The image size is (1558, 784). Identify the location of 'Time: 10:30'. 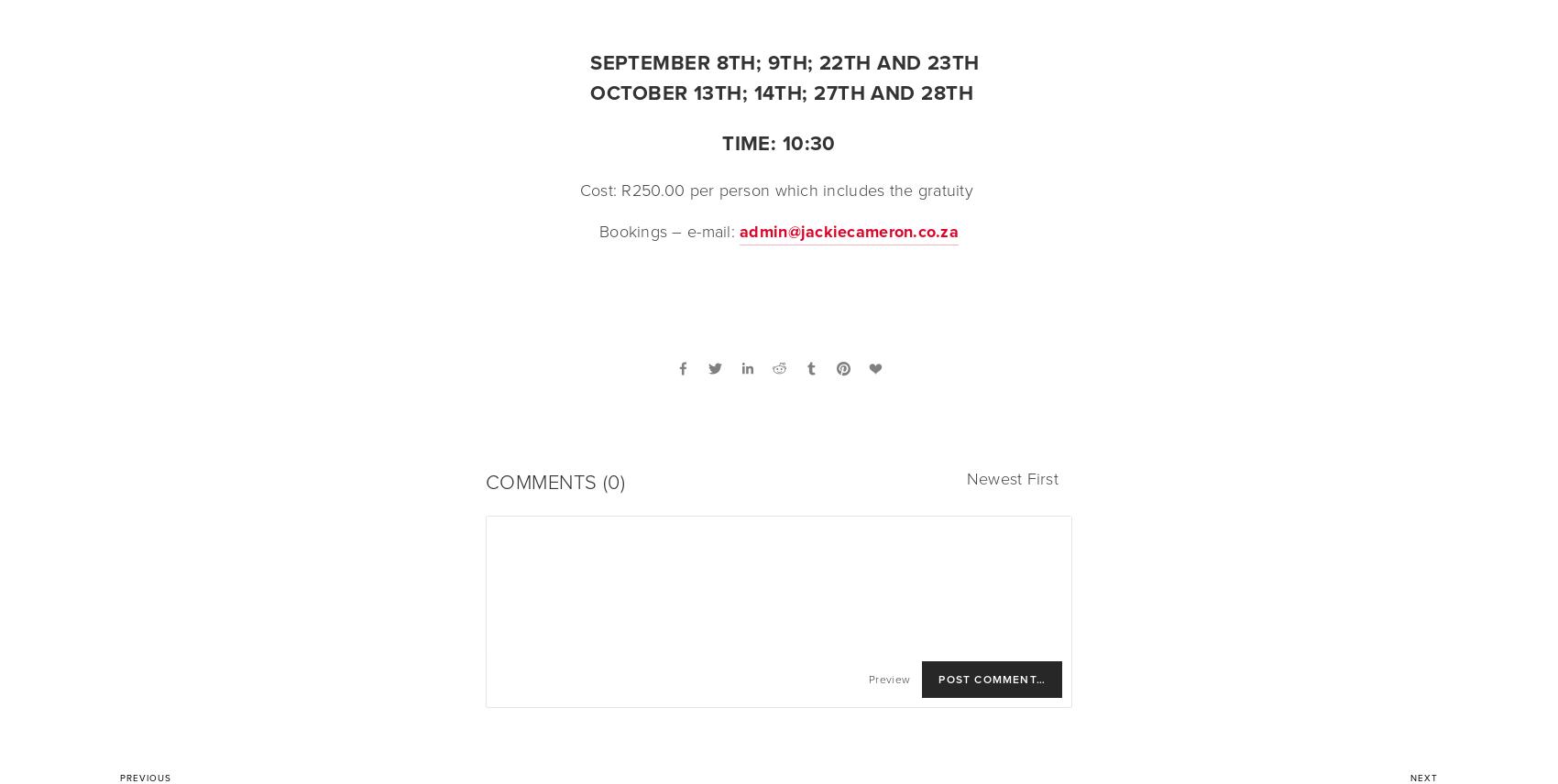
(777, 143).